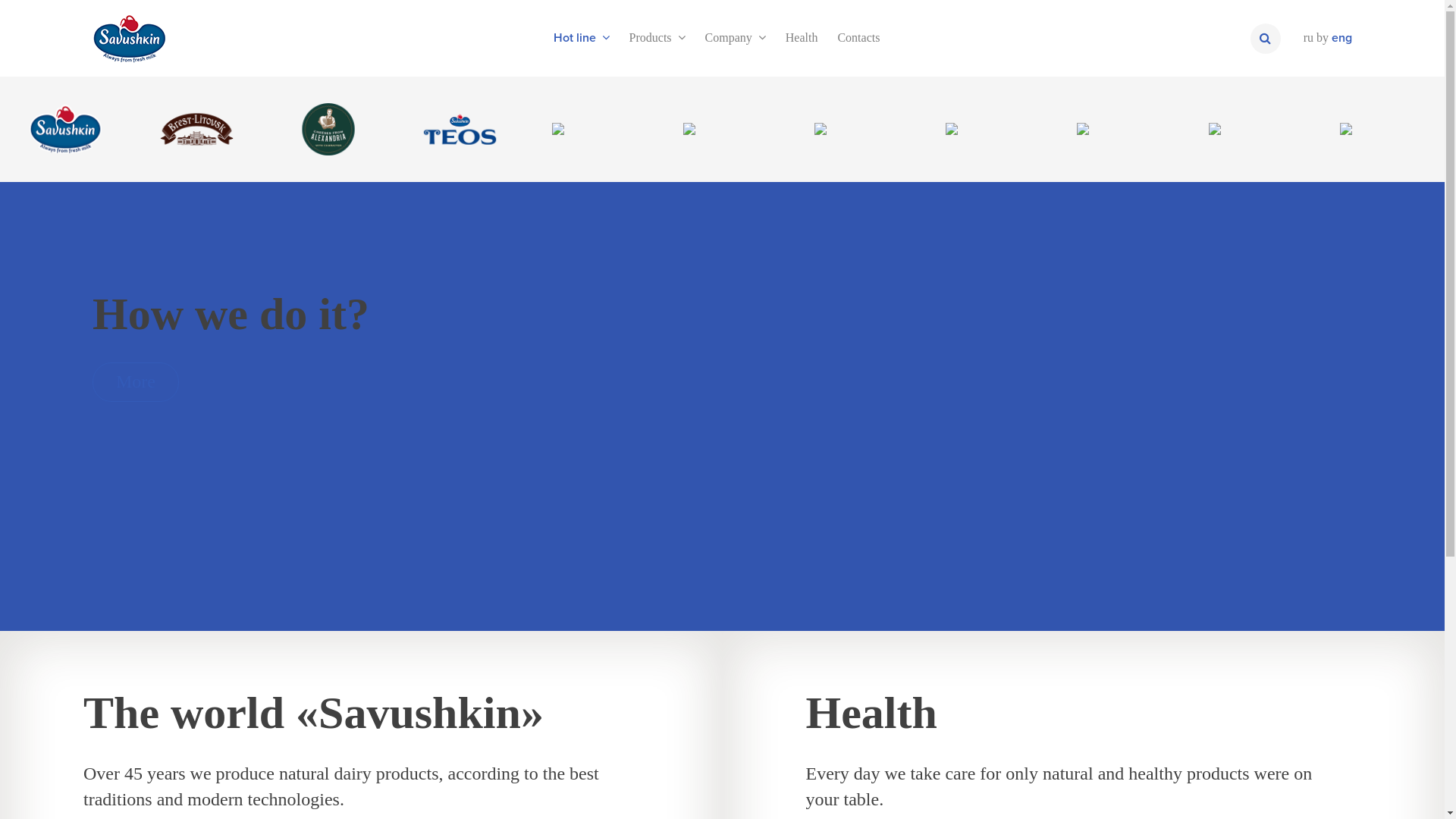 The width and height of the screenshot is (1456, 819). I want to click on 'eng', so click(1341, 37).